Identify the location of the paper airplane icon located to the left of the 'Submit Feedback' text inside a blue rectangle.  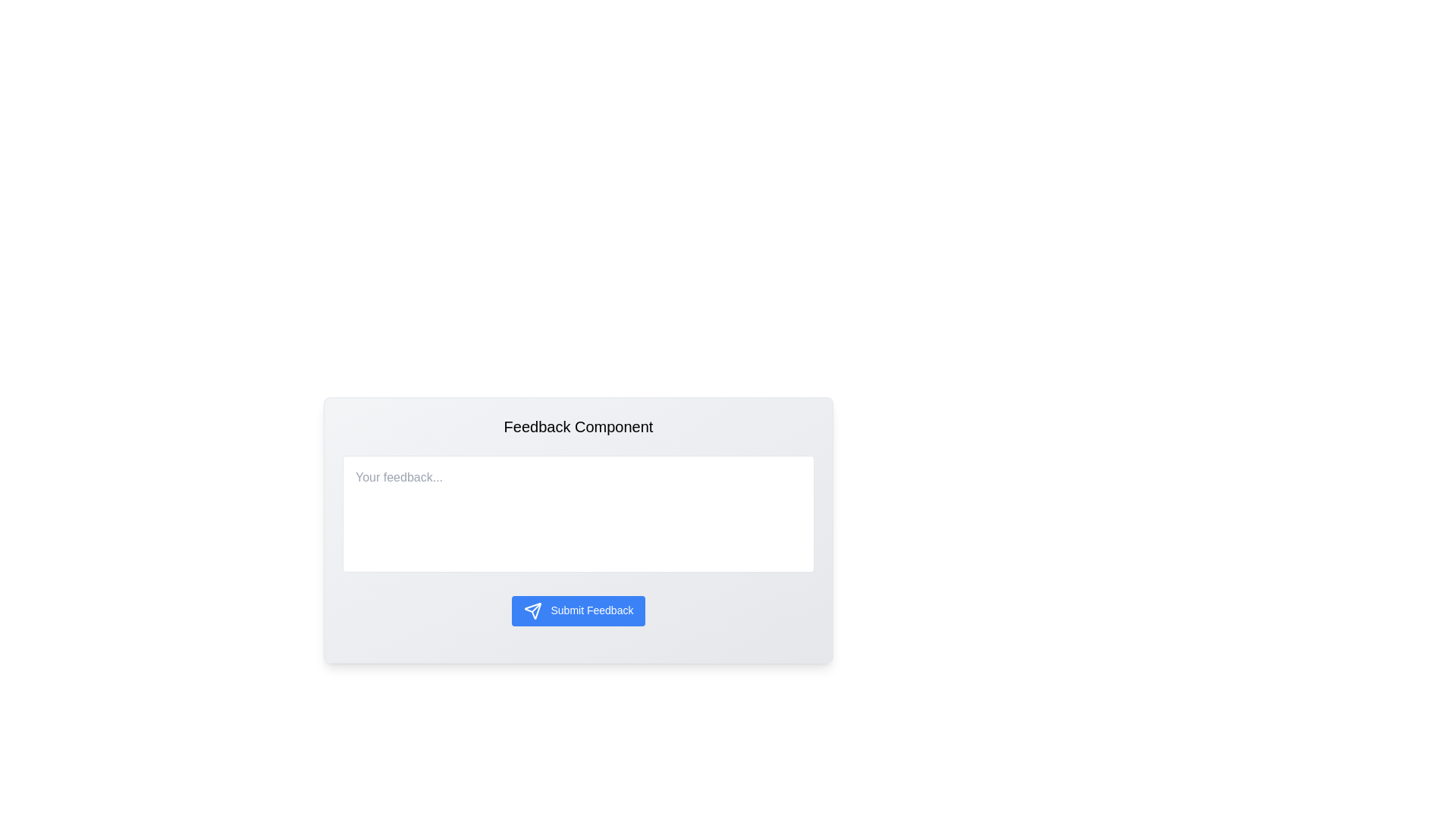
(532, 610).